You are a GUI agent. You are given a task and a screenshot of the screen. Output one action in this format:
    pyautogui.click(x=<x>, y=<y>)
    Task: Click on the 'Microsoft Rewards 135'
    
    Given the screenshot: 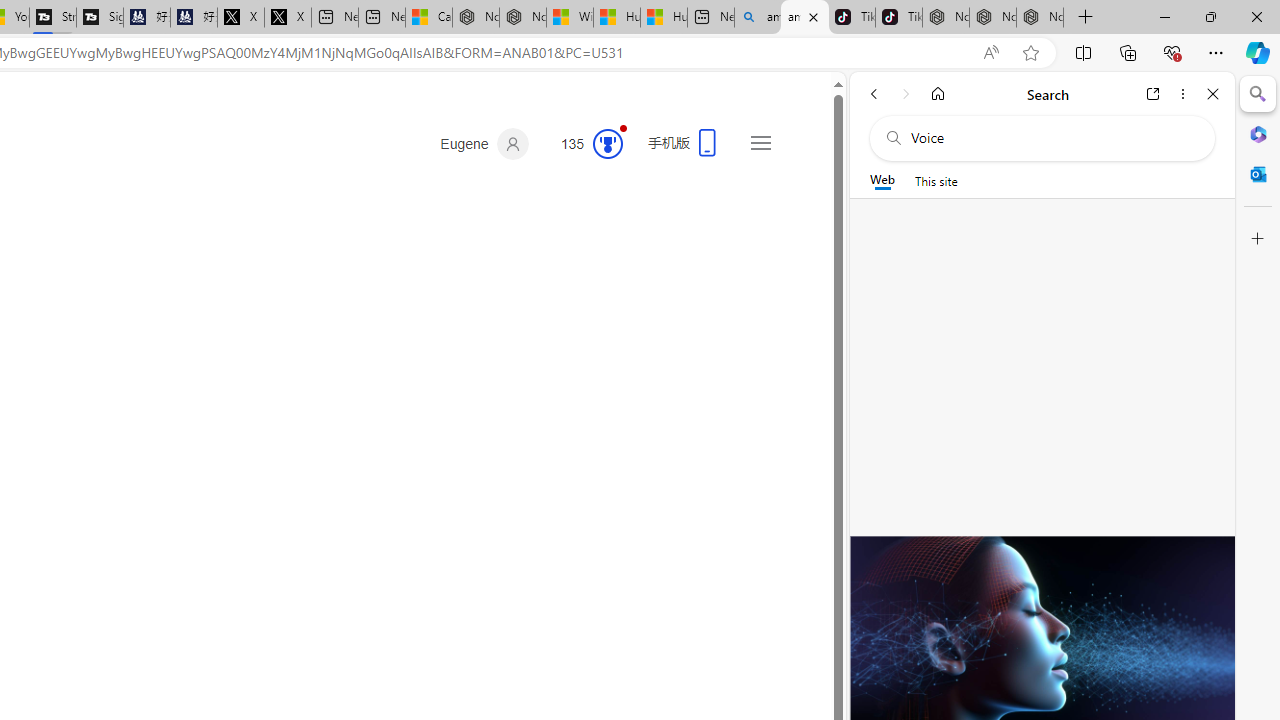 What is the action you would take?
    pyautogui.click(x=583, y=143)
    